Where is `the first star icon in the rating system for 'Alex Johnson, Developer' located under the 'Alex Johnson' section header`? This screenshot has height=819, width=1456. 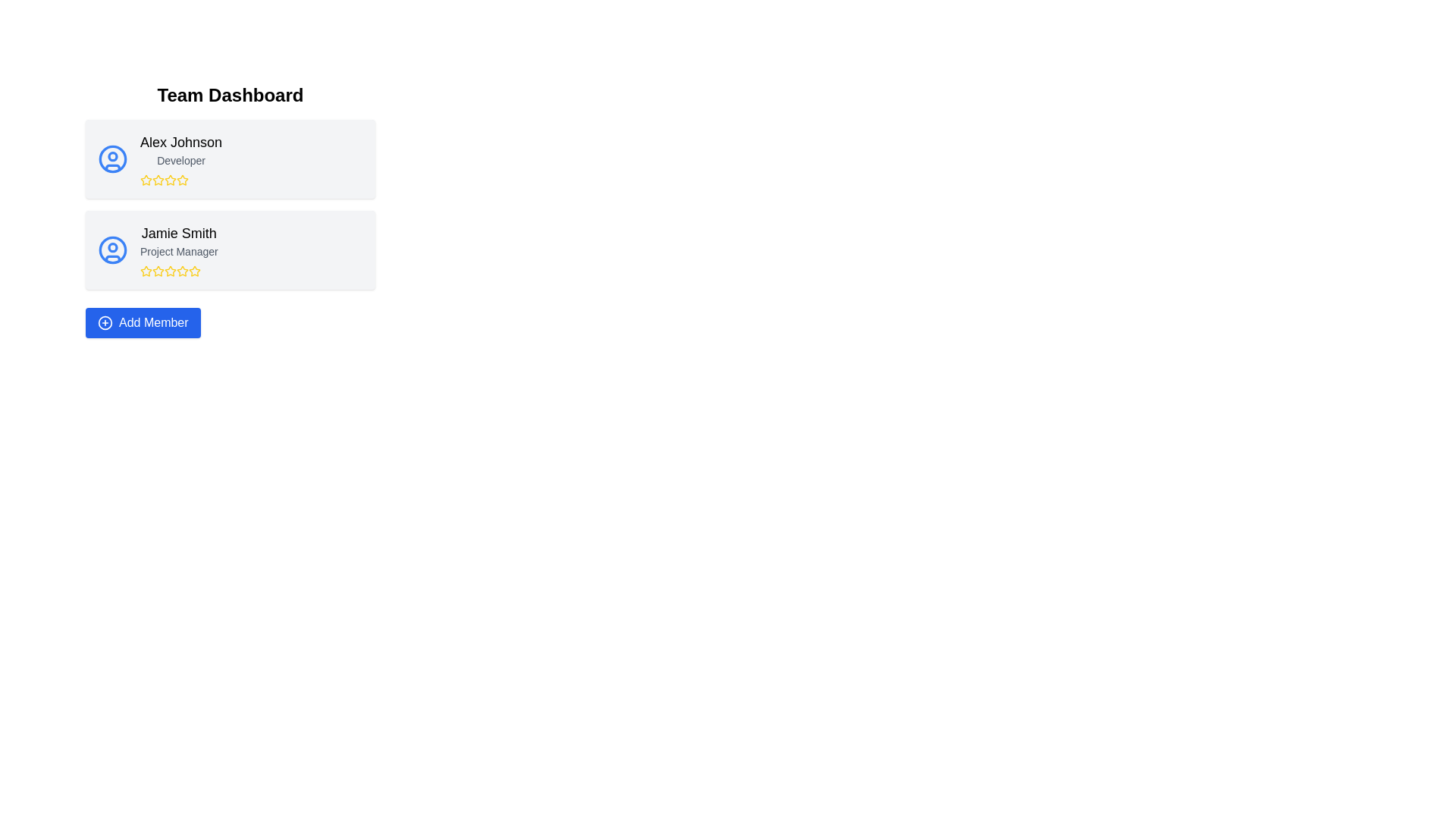
the first star icon in the rating system for 'Alex Johnson, Developer' located under the 'Alex Johnson' section header is located at coordinates (146, 180).